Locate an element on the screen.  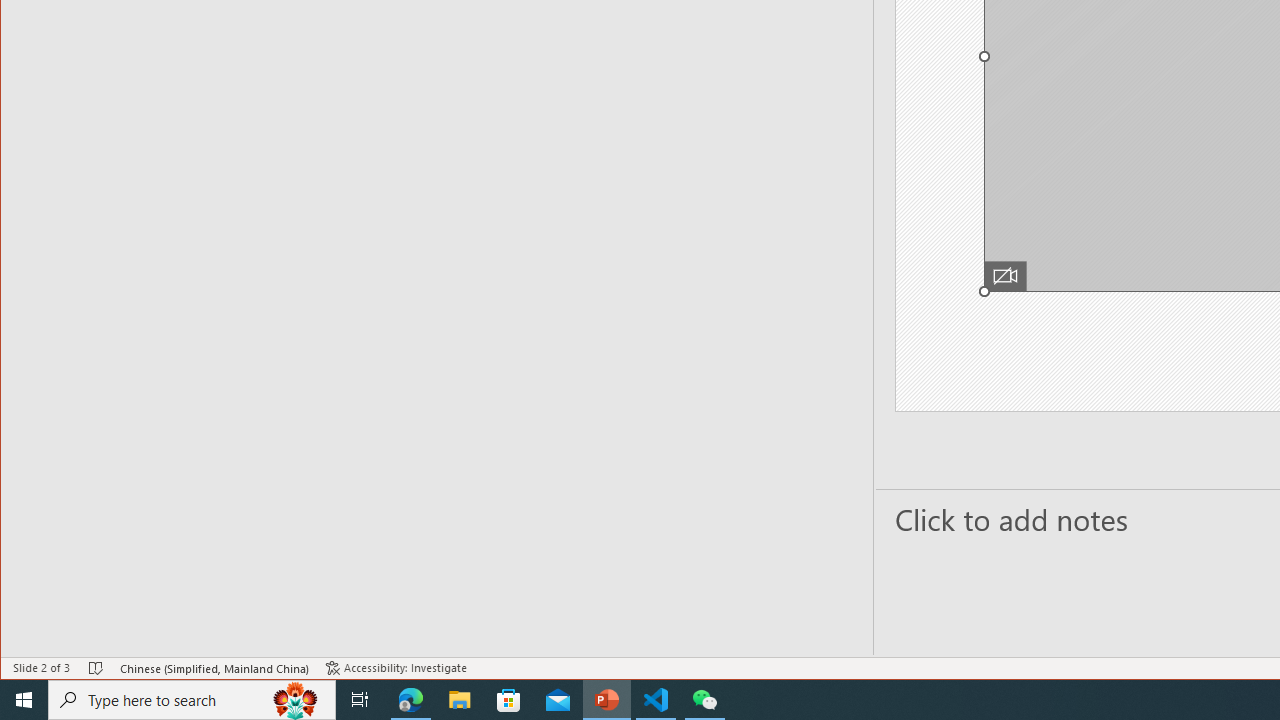
'WeChat - 1 running window' is located at coordinates (705, 698).